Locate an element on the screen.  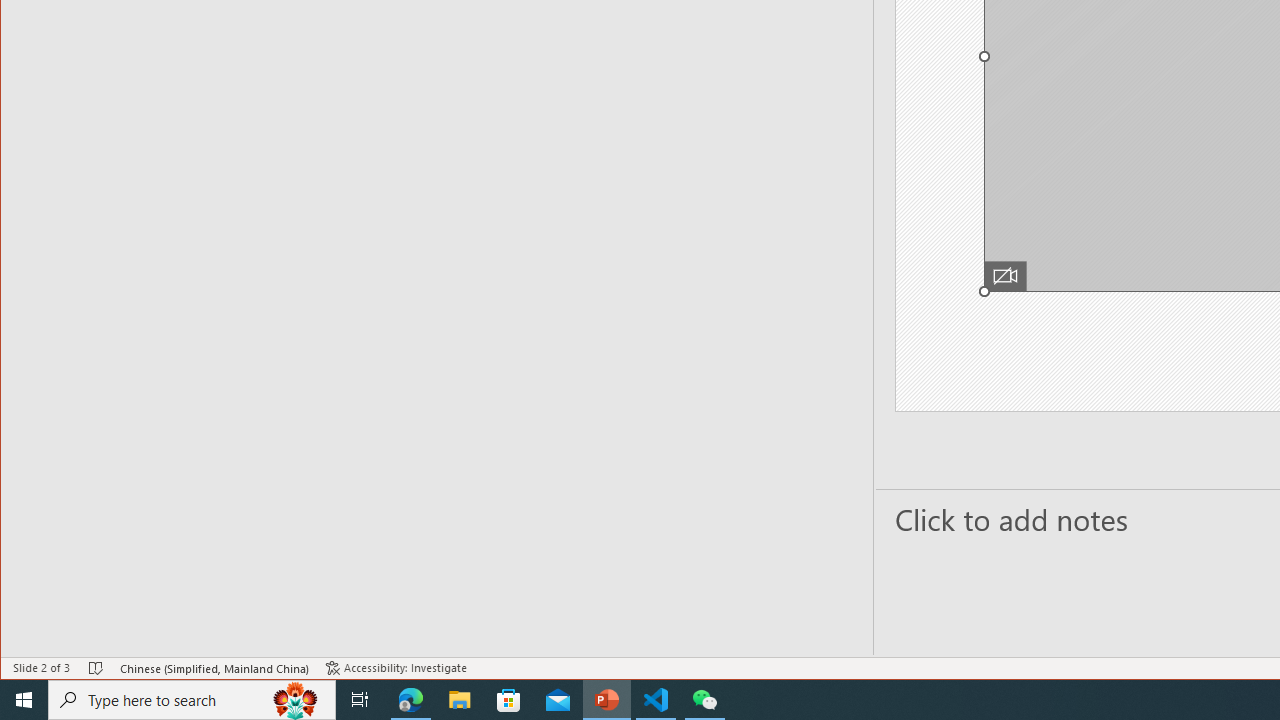
'WeChat - 1 running window' is located at coordinates (705, 698).